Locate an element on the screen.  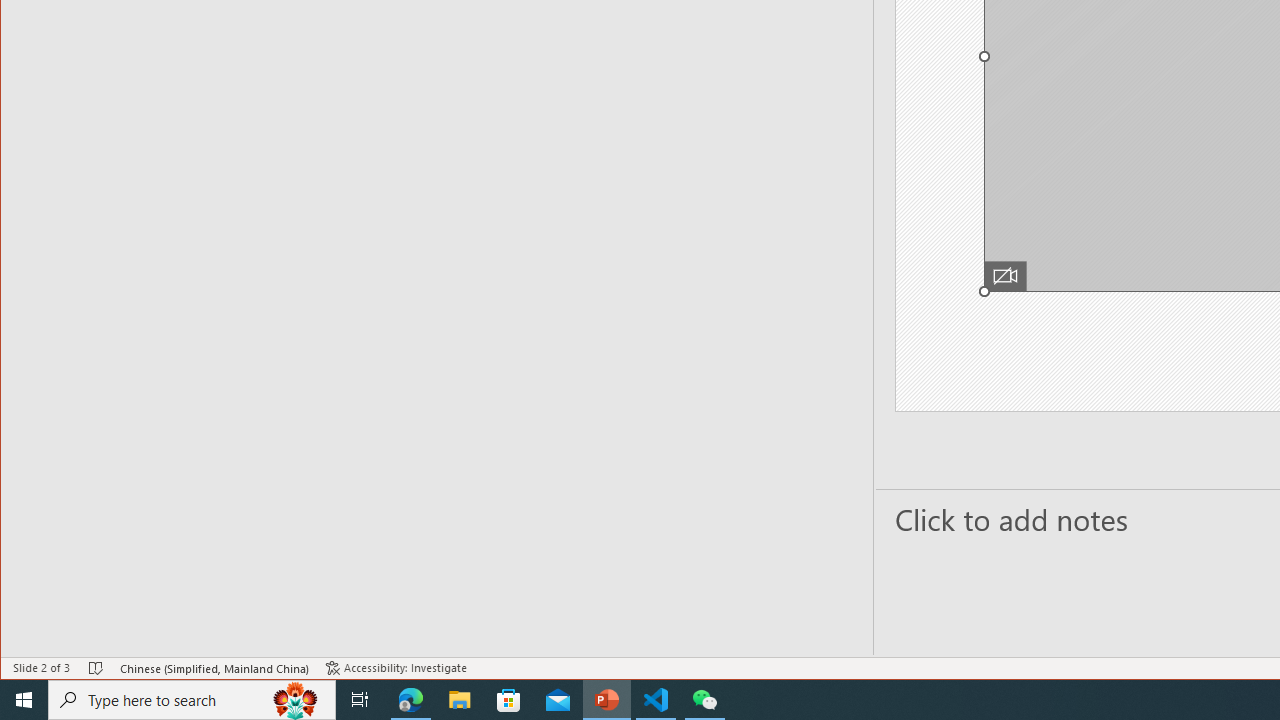
'WeChat - 1 running window' is located at coordinates (705, 698).